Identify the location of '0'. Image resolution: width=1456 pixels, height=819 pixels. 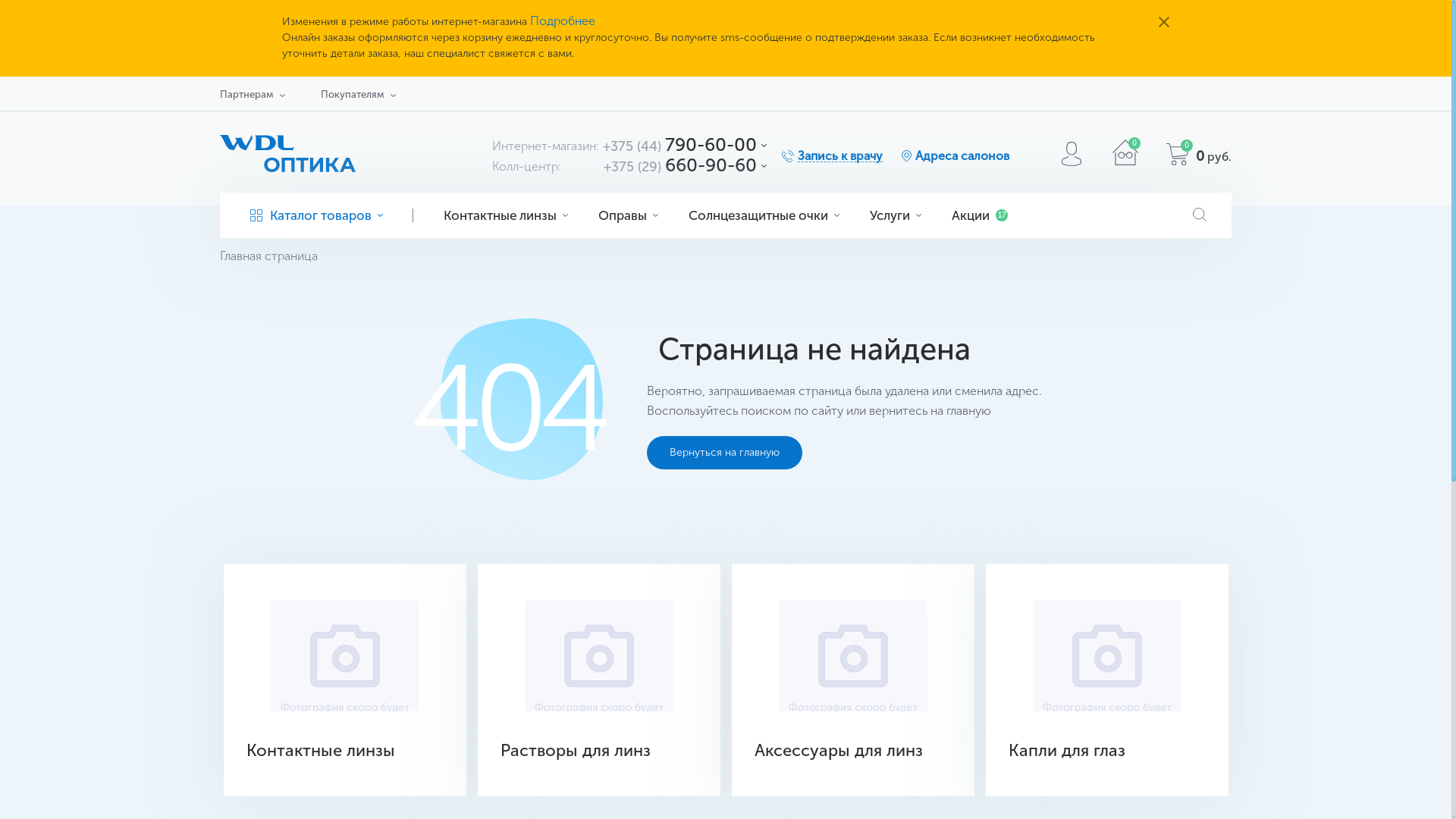
(1112, 160).